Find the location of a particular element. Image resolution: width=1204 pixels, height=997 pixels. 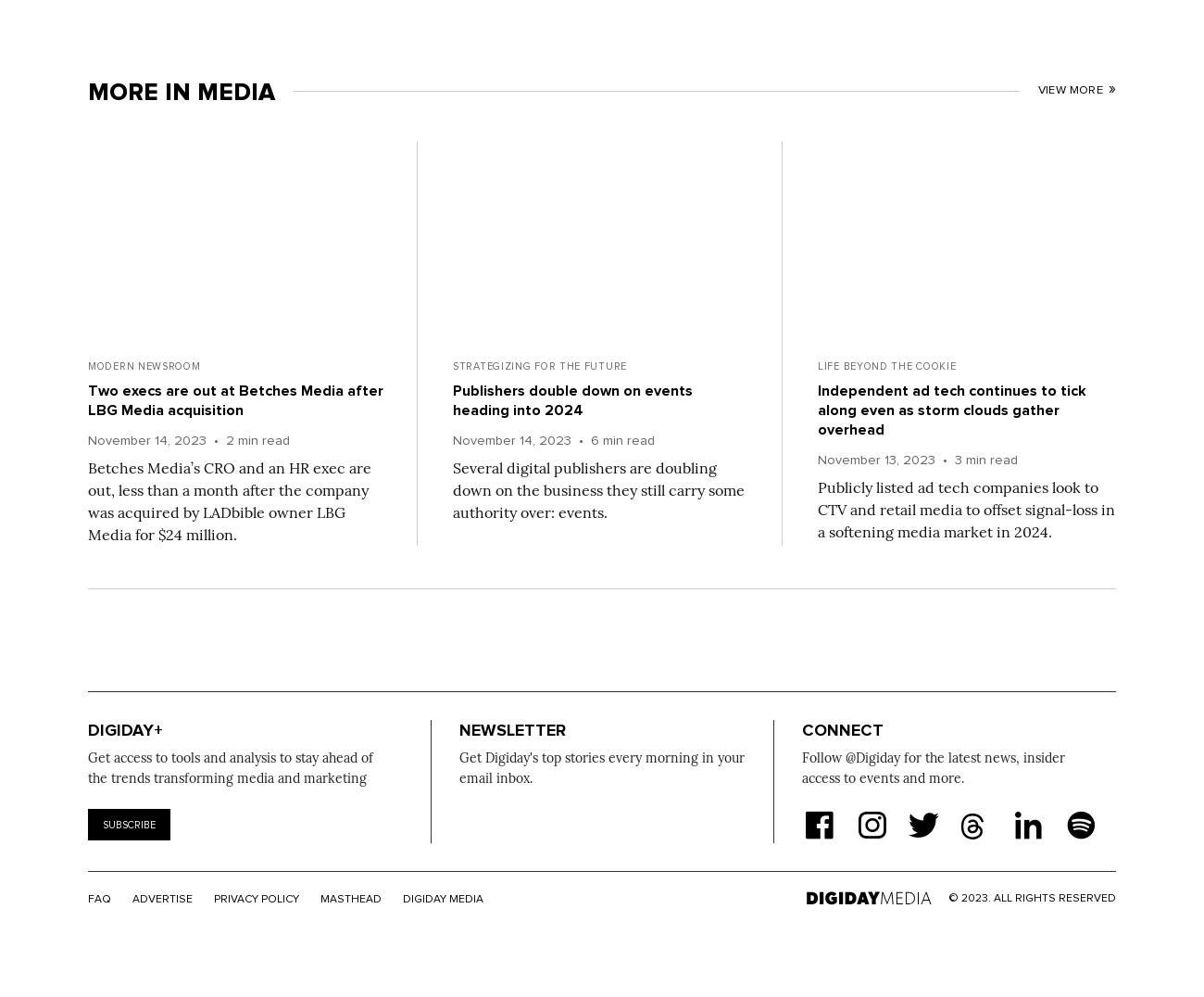

'November 14, 2023  •  6 min read' is located at coordinates (453, 440).